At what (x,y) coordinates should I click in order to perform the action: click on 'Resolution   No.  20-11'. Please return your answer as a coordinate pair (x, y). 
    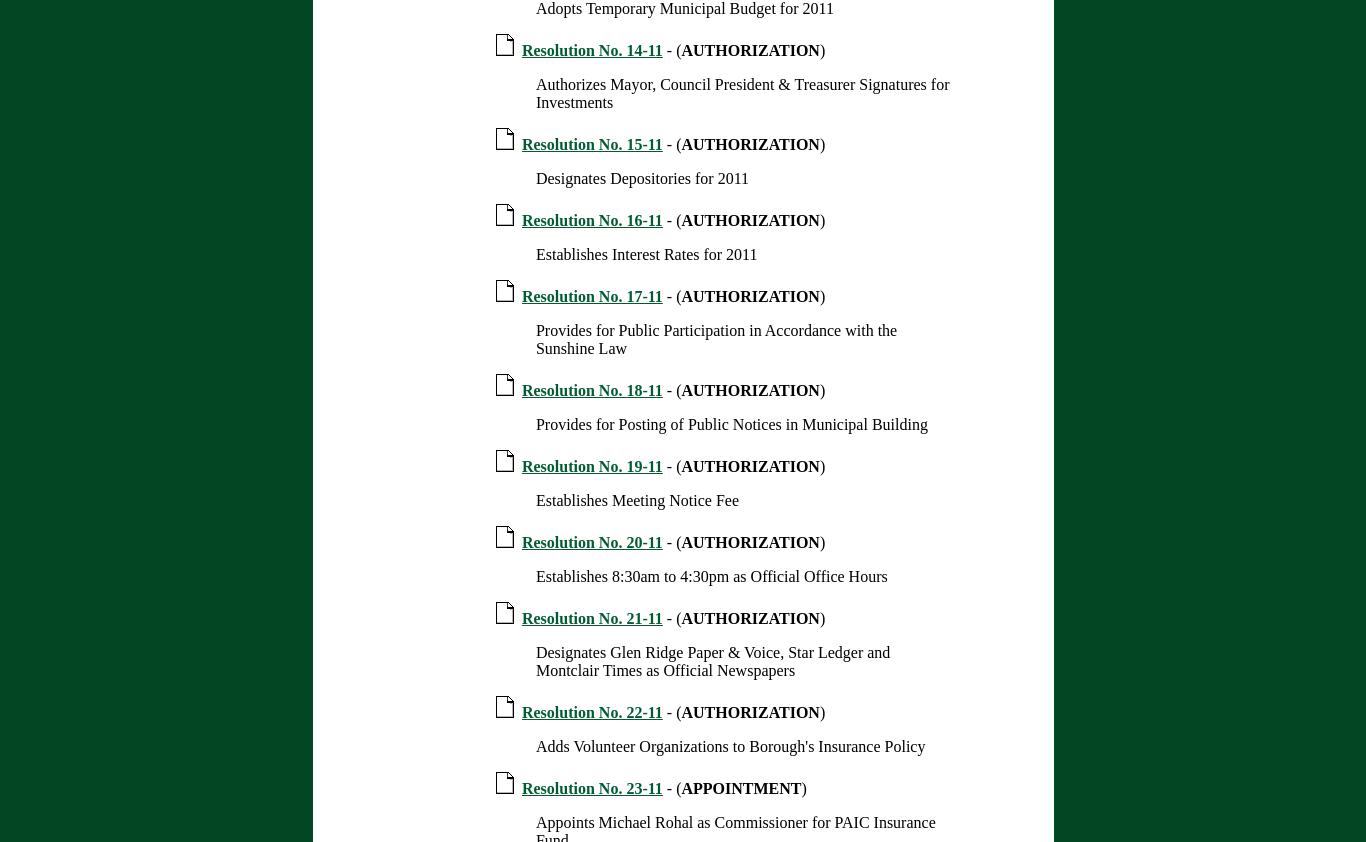
    Looking at the image, I should click on (590, 541).